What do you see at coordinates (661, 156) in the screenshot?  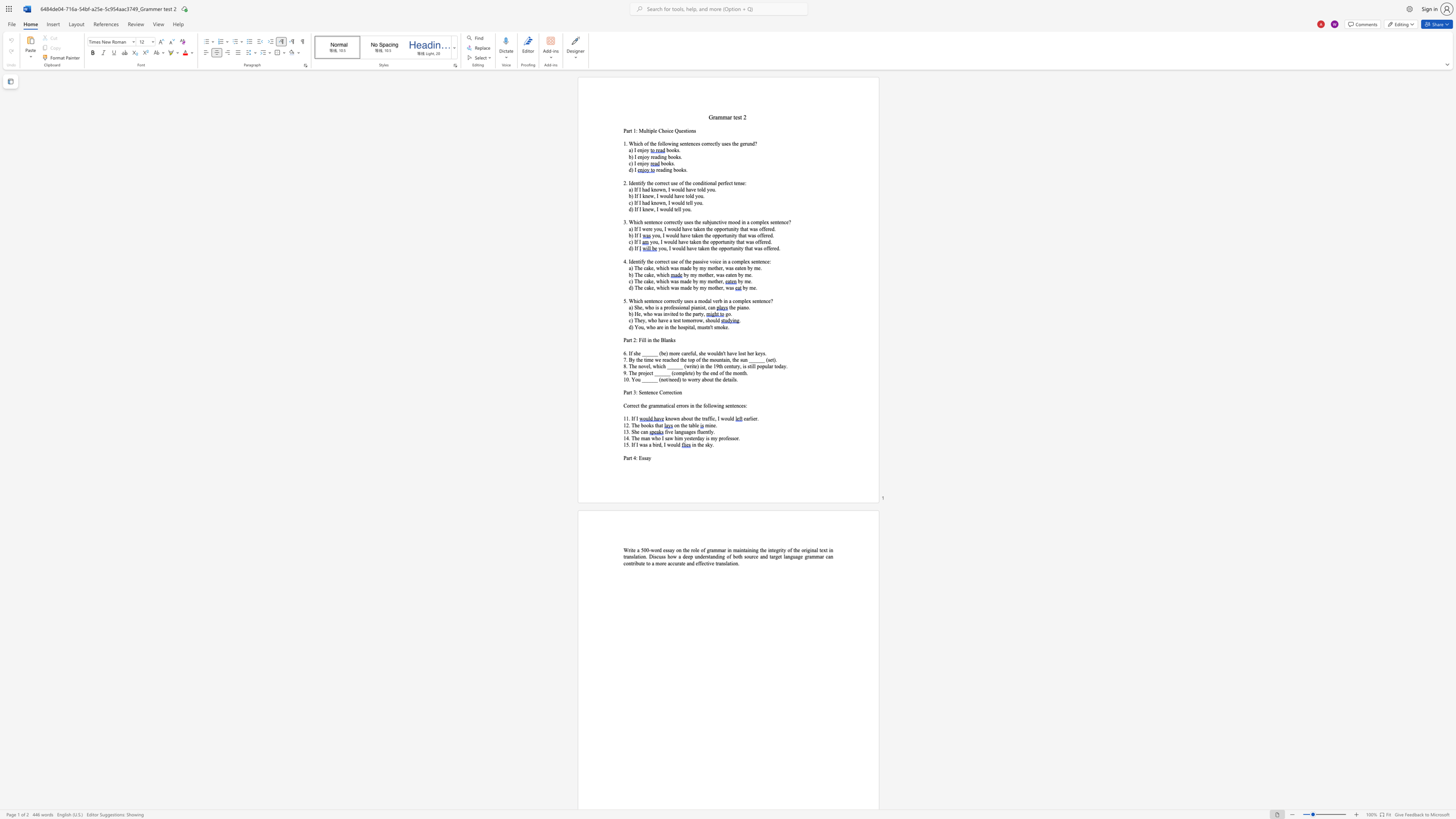 I see `the subset text "ng bo" within the text "b) I enjoy reading books."` at bounding box center [661, 156].